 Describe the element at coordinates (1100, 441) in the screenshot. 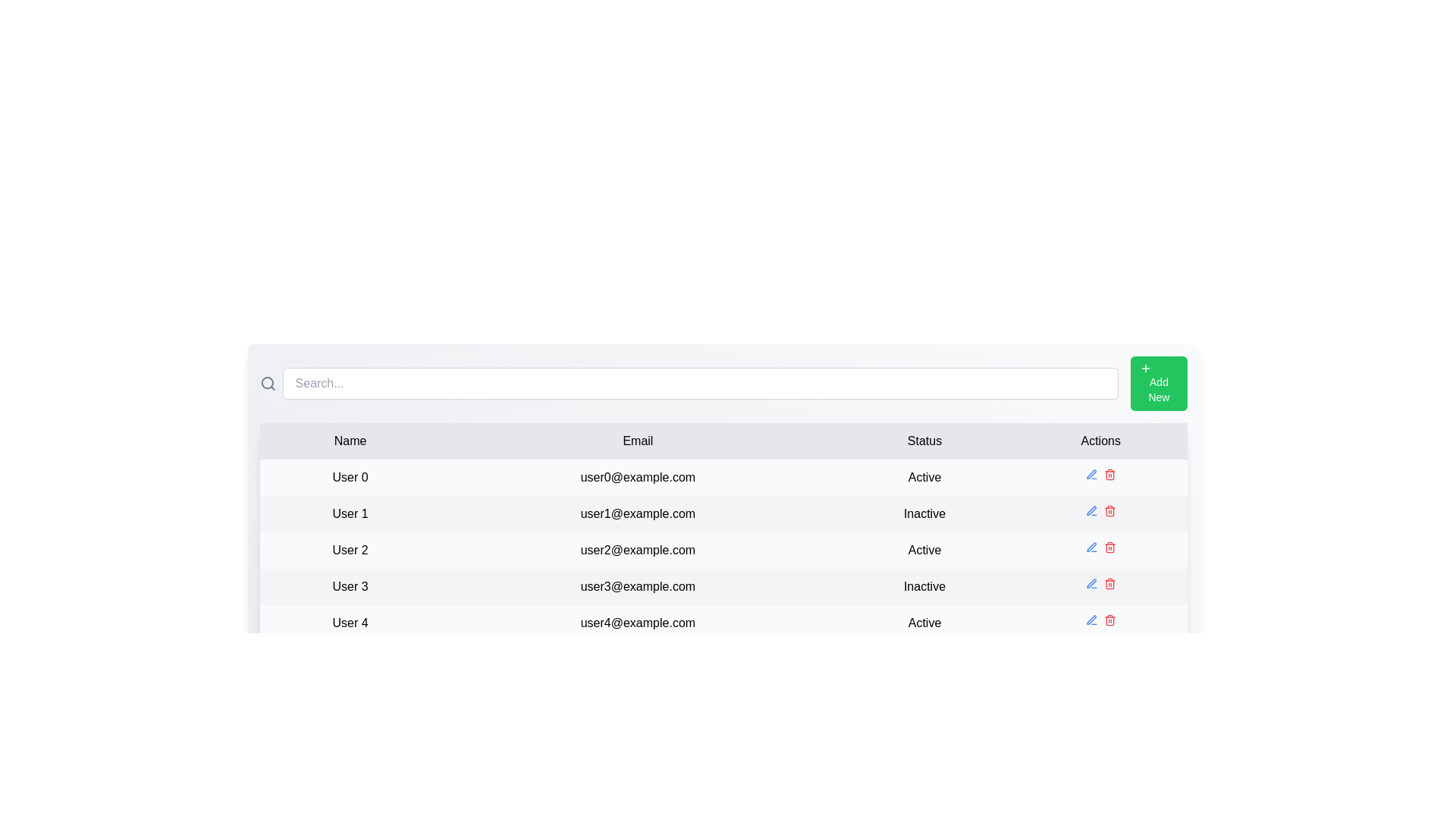

I see `the column header Actions to inspect it` at that location.